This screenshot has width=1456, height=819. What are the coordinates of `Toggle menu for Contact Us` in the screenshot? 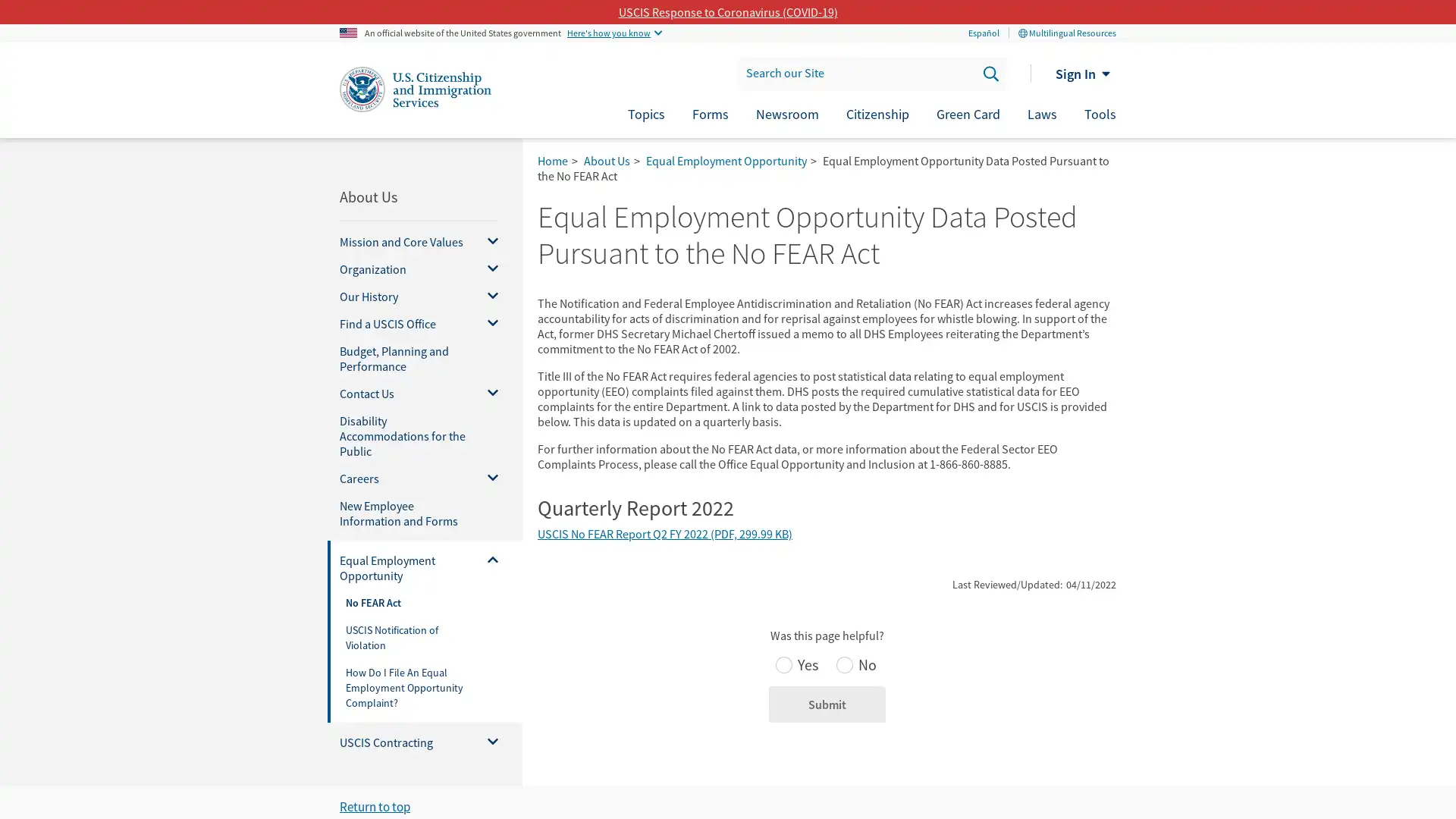 It's located at (487, 393).